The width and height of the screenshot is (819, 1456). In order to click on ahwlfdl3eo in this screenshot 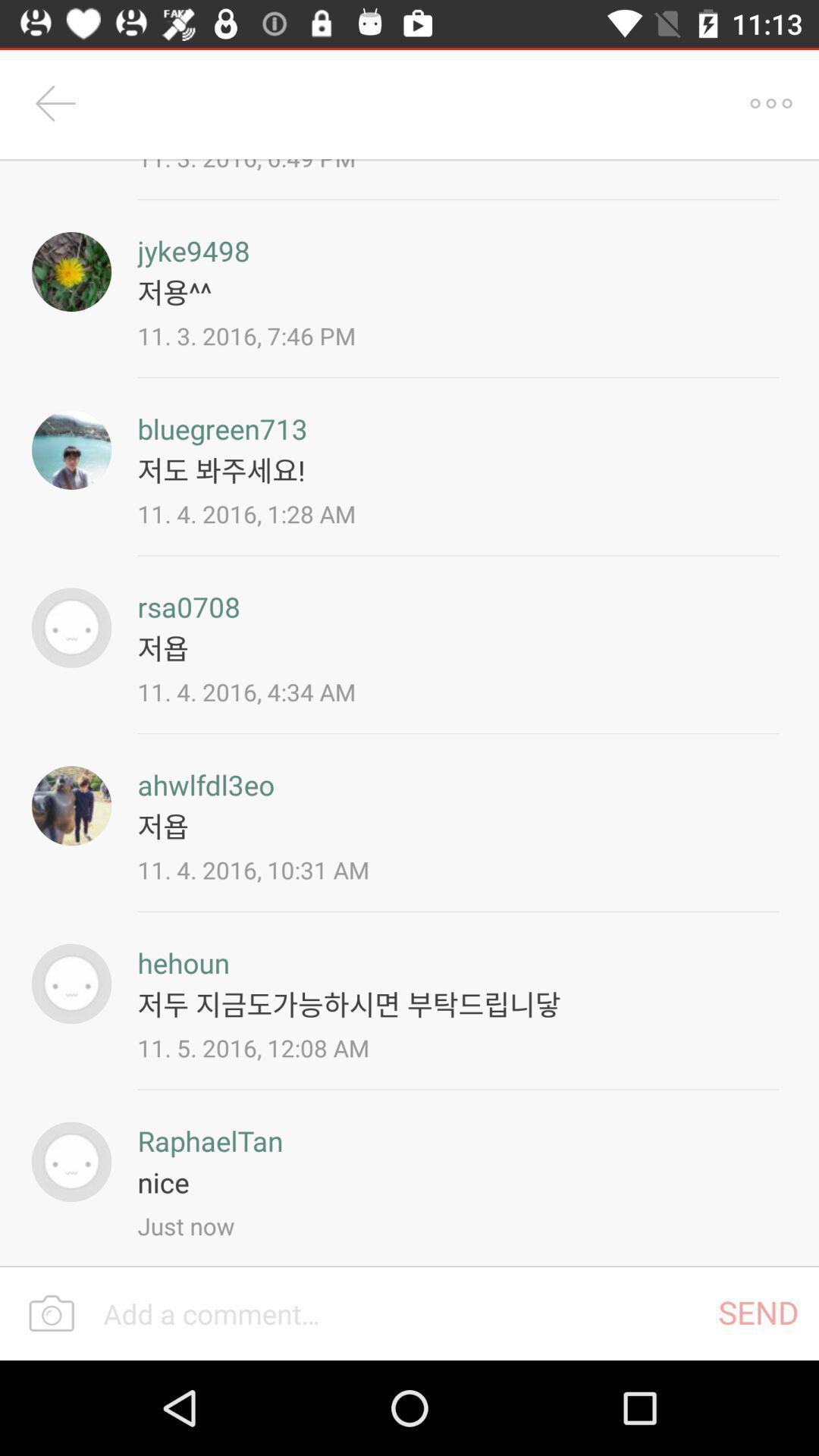, I will do `click(71, 805)`.